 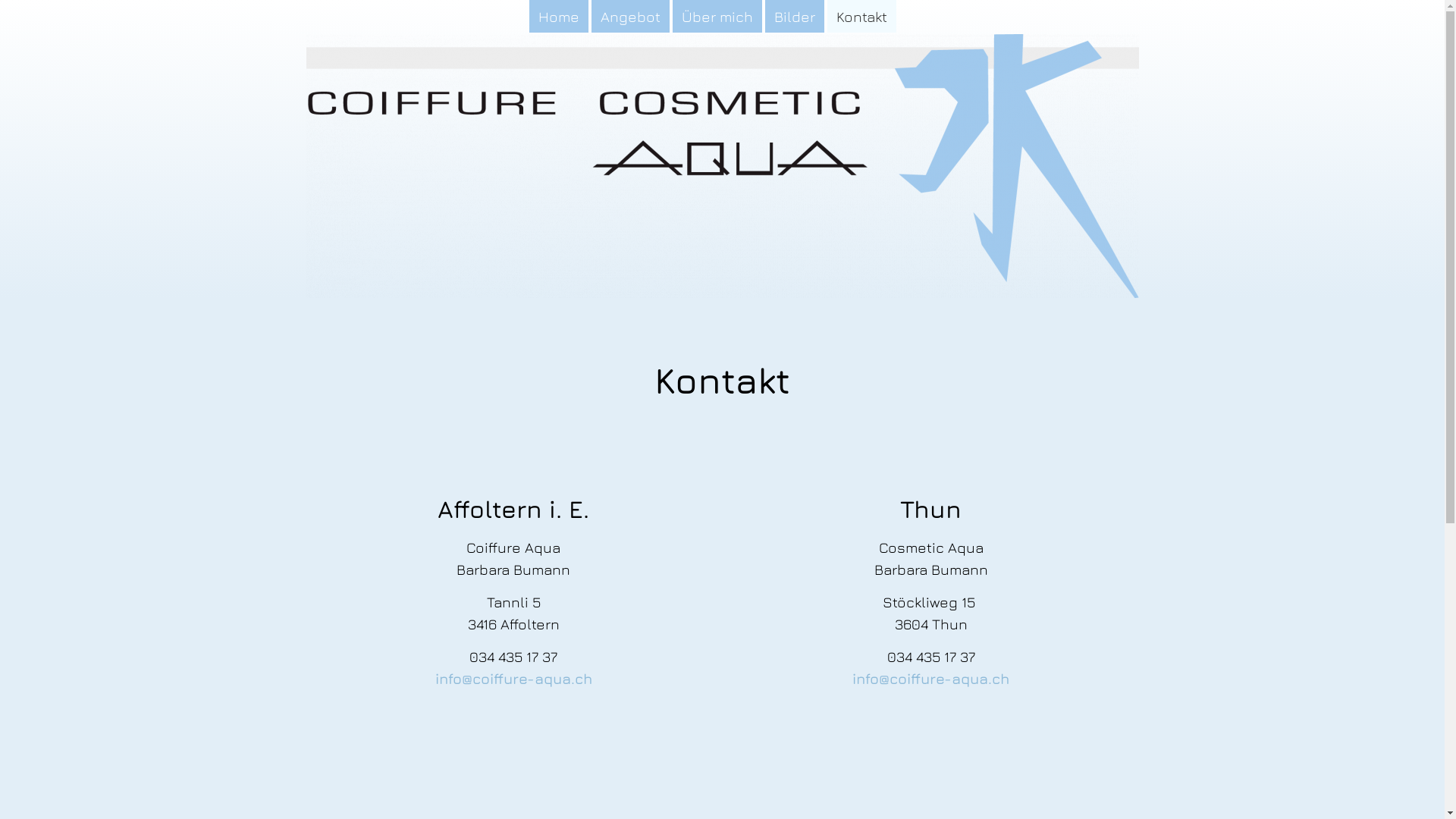 I want to click on 'Bilder', so click(x=764, y=16).